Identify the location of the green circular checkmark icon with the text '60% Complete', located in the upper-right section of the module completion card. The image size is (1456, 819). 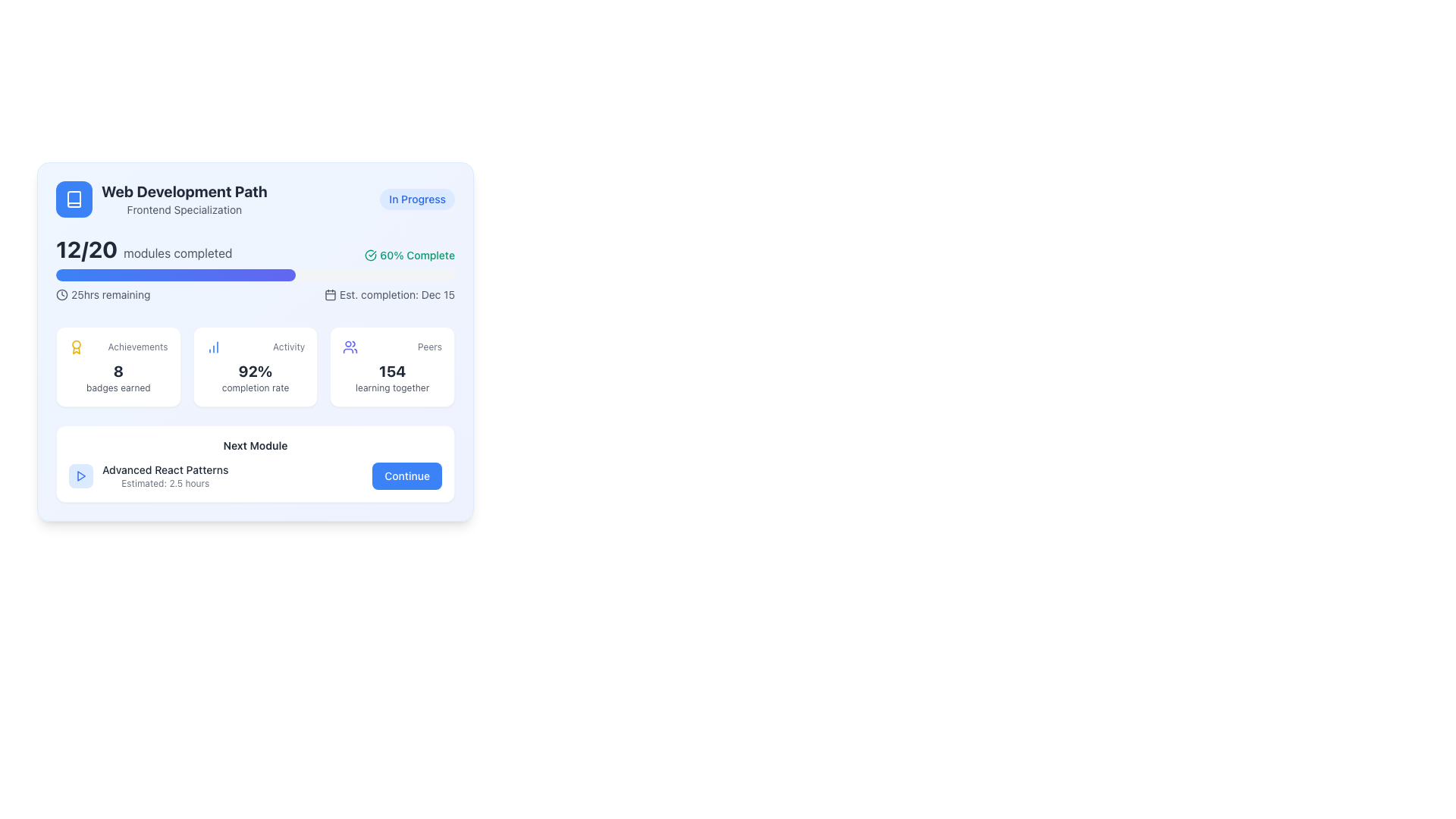
(409, 254).